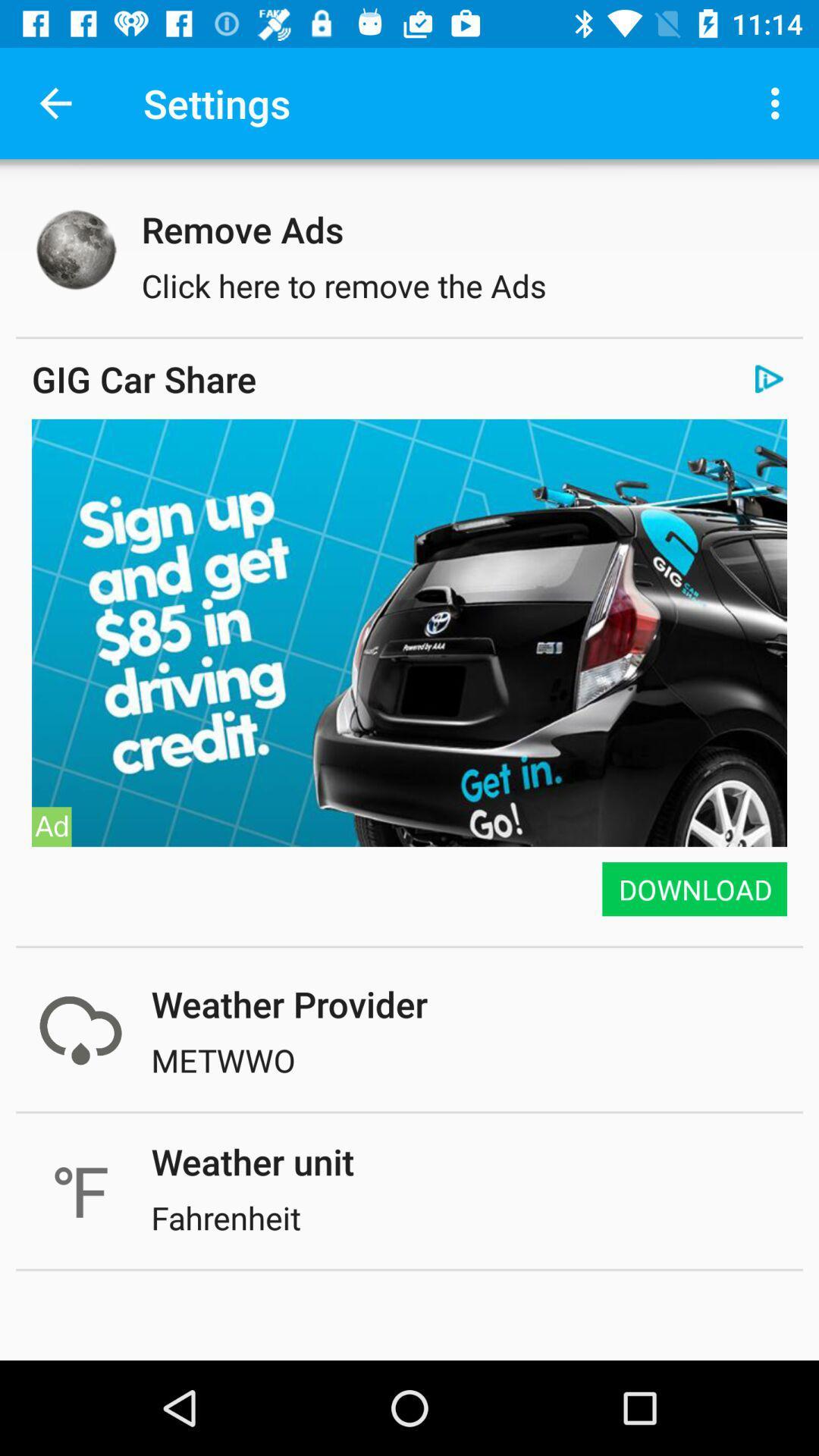 This screenshot has height=1456, width=819. Describe the element at coordinates (779, 102) in the screenshot. I see `icon above remove ads item` at that location.